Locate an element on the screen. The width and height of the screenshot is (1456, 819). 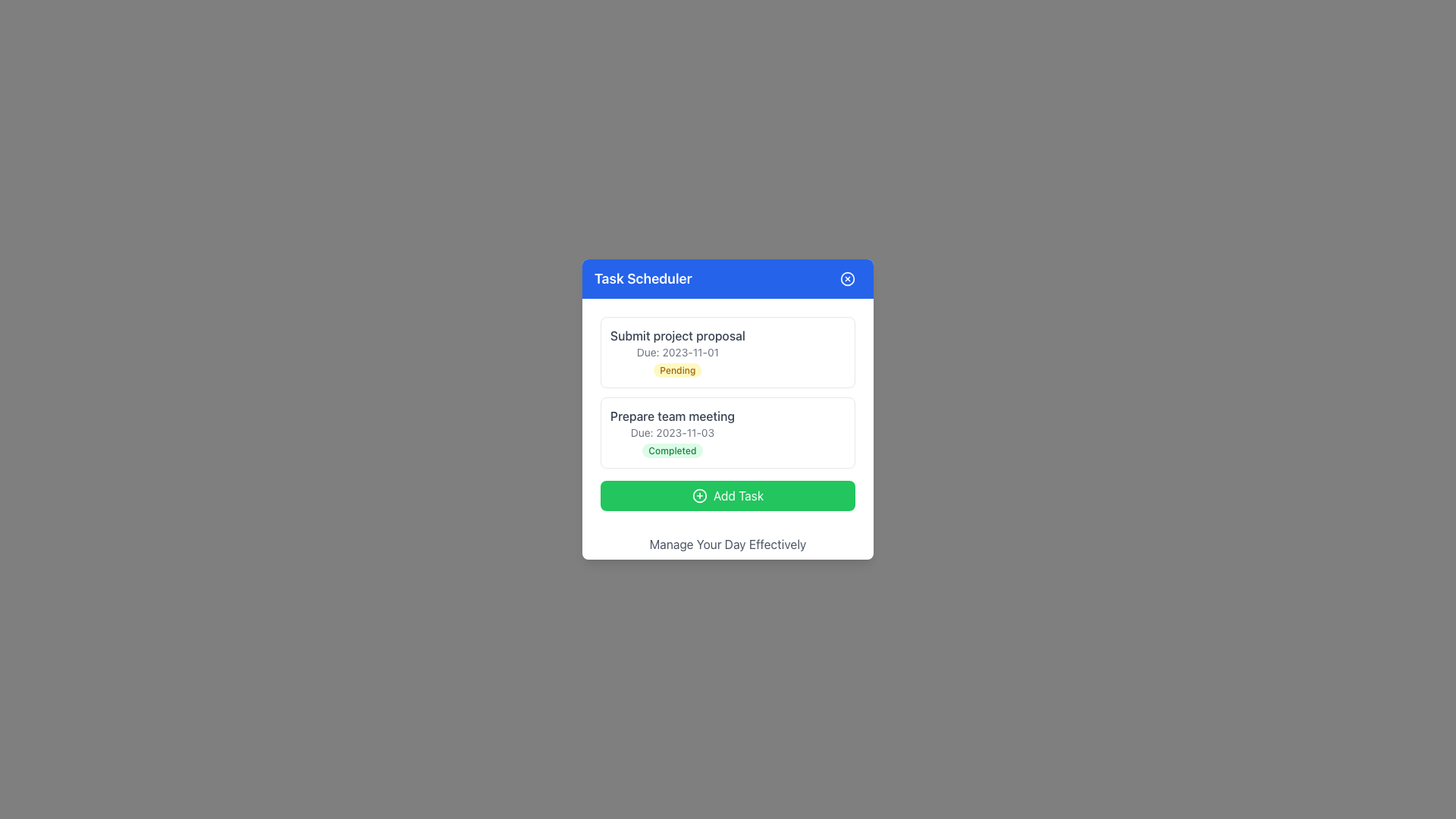
the static text element that reads 'Due: 2023-11-01', which is located directly below the bold text 'Submit project proposal' is located at coordinates (676, 353).